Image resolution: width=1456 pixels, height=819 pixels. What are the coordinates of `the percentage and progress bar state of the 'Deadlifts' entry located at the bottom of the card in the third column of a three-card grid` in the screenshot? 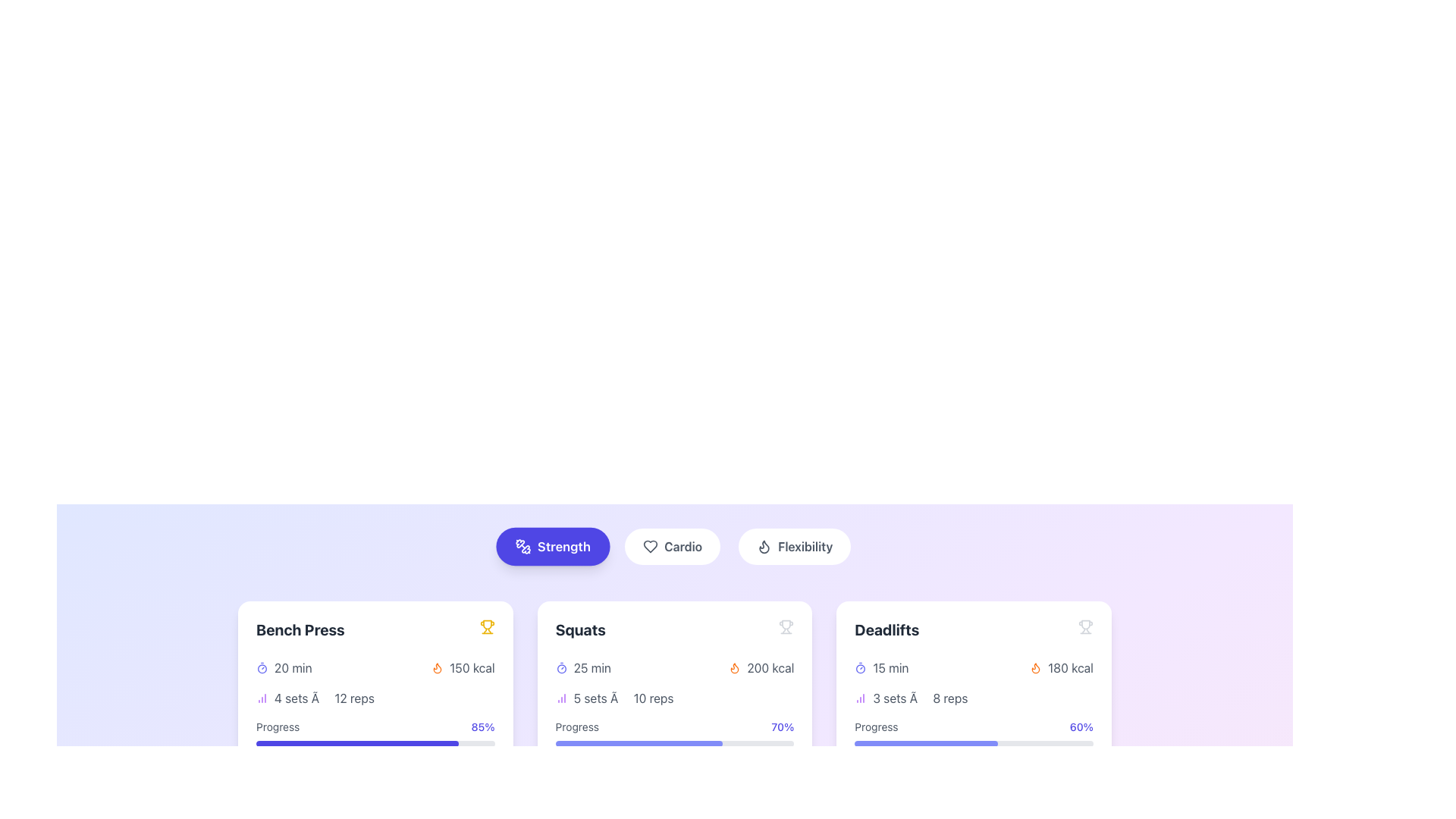 It's located at (974, 733).